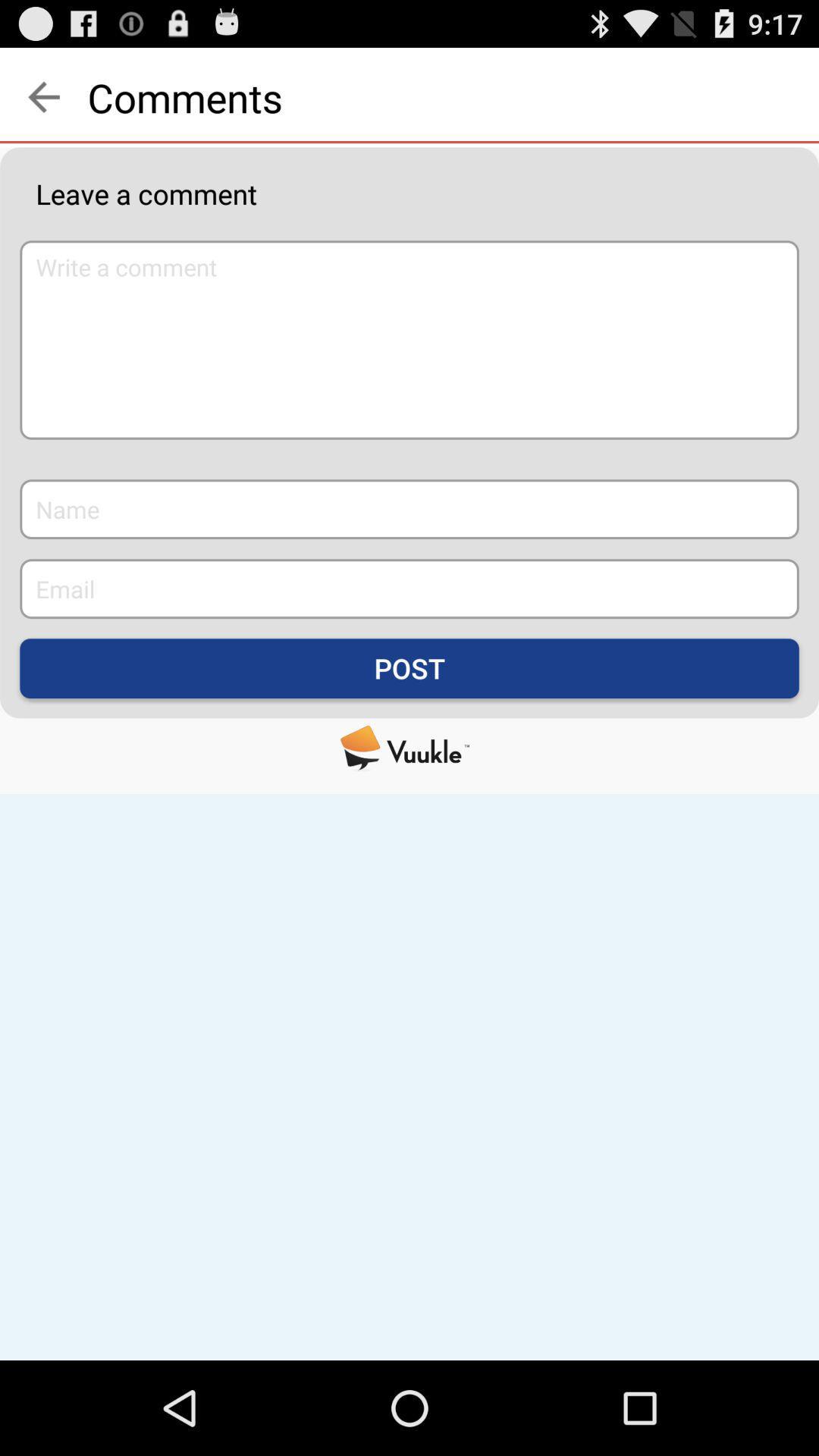 This screenshot has width=819, height=1456. What do you see at coordinates (409, 667) in the screenshot?
I see `the post icon` at bounding box center [409, 667].